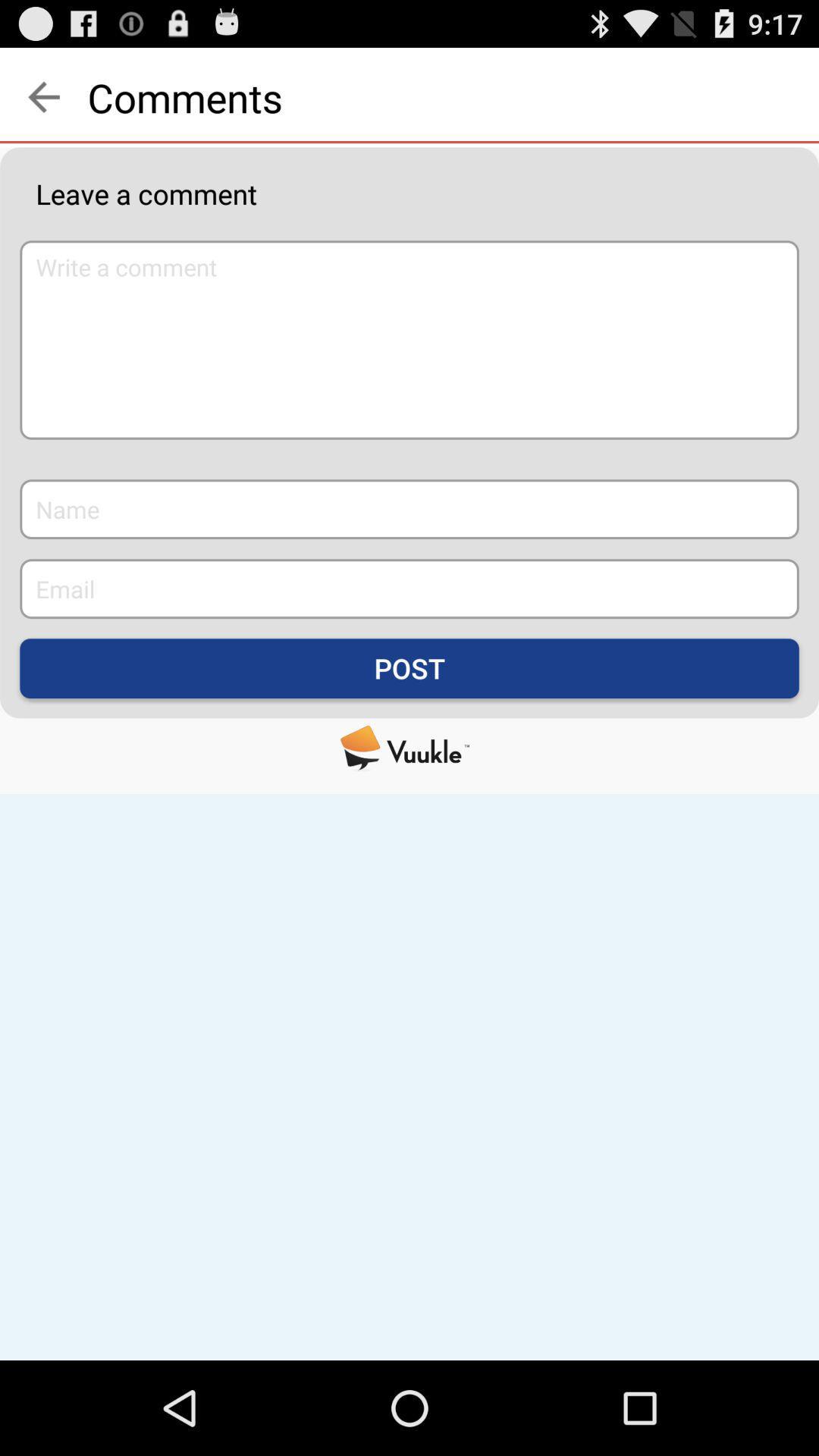 This screenshot has width=819, height=1456. What do you see at coordinates (409, 667) in the screenshot?
I see `the post icon` at bounding box center [409, 667].